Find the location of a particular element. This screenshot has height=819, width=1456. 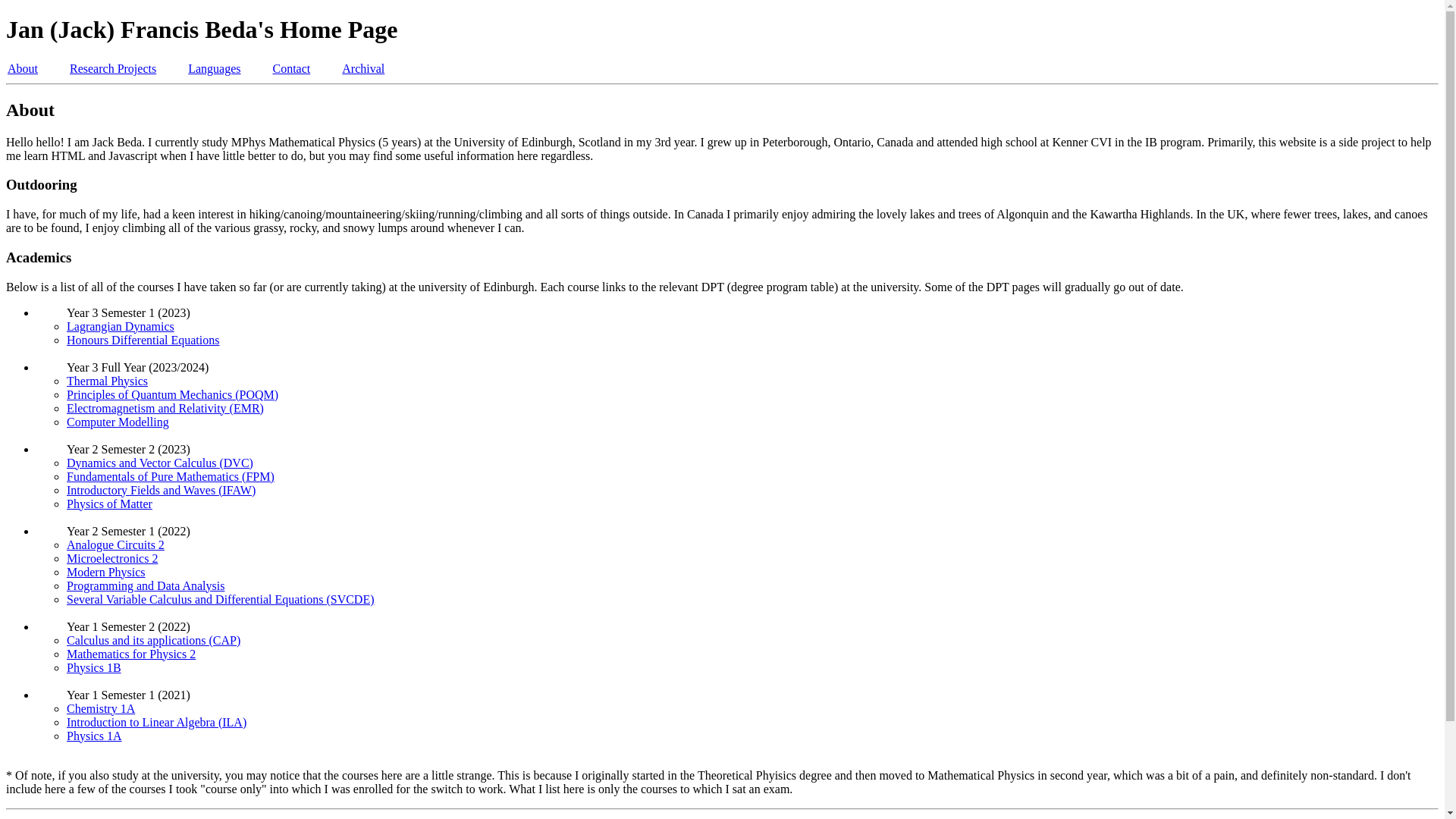

'Electromagnetism and Relativity (EMR)' is located at coordinates (165, 407).